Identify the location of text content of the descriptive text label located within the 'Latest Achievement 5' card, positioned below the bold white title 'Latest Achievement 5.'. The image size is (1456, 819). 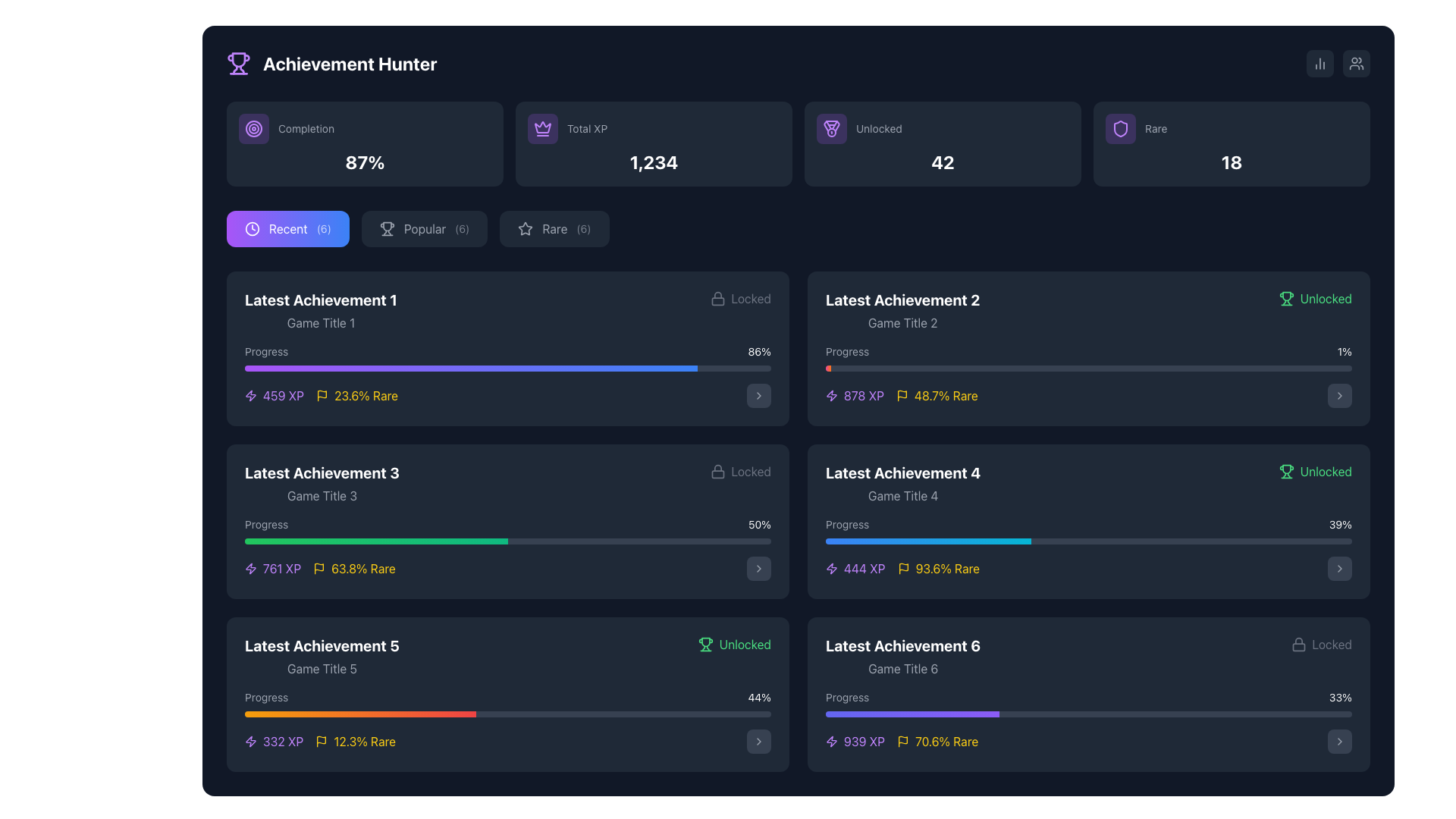
(321, 668).